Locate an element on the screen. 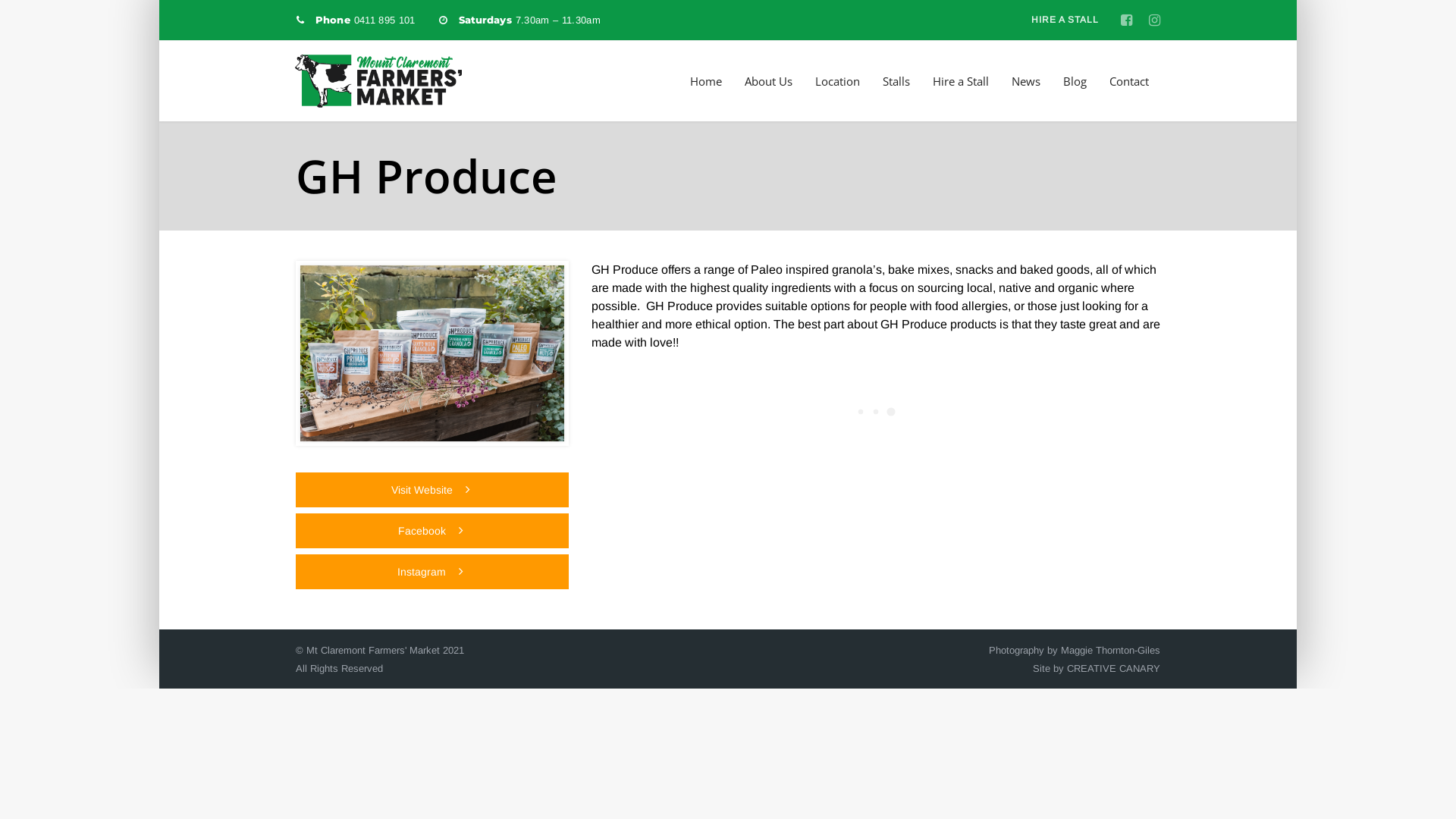  'CREATIVE CANARY' is located at coordinates (1113, 667).